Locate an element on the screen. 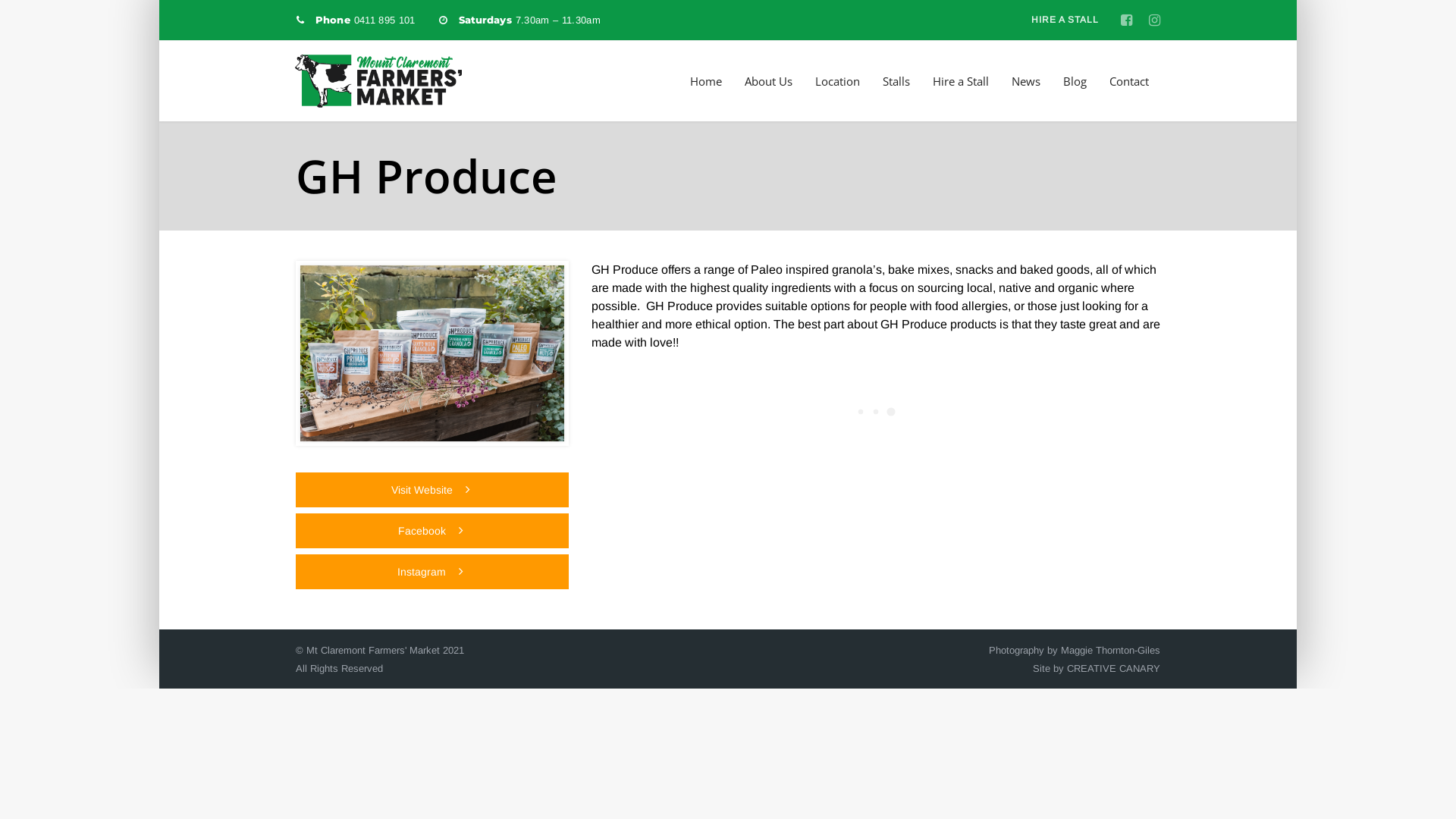  'CREATIVE CANARY' is located at coordinates (1113, 667).